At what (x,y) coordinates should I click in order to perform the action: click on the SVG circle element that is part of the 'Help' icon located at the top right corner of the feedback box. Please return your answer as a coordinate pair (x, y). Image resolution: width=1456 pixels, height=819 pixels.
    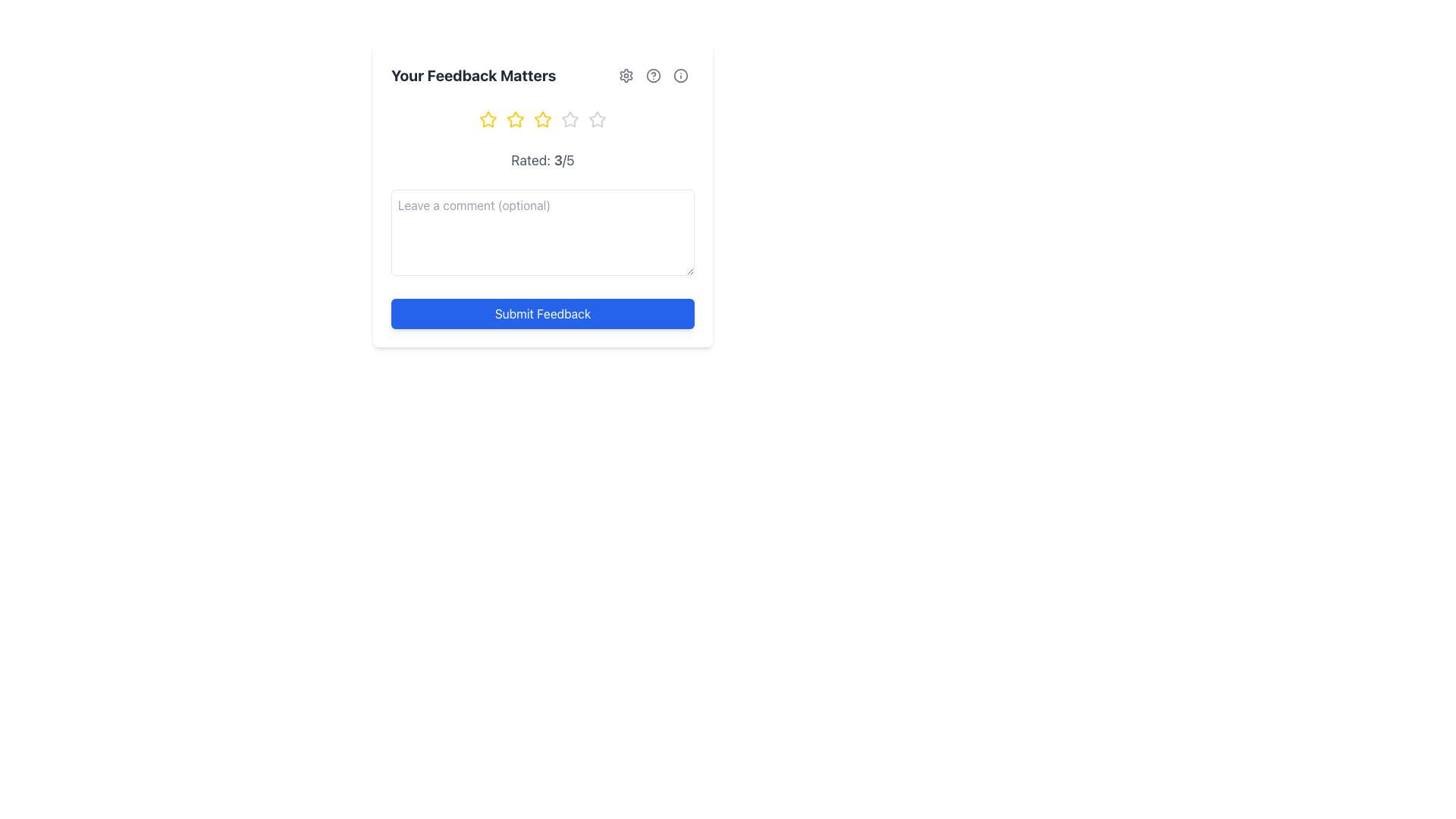
    Looking at the image, I should click on (654, 76).